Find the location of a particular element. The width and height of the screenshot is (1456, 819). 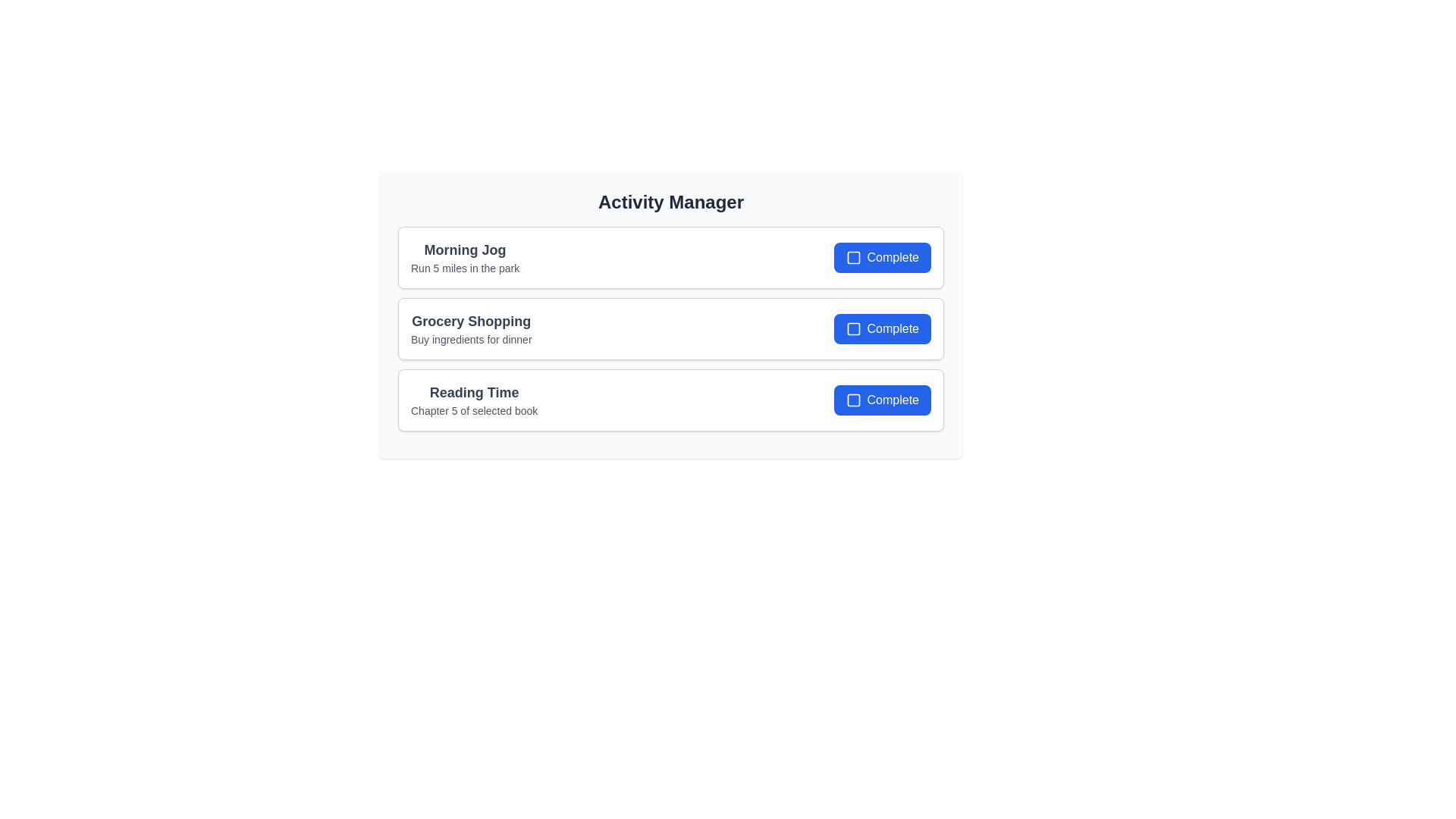

the text label within the blue button that signifies the completion action of the associated task to mark the task as complete is located at coordinates (893, 328).